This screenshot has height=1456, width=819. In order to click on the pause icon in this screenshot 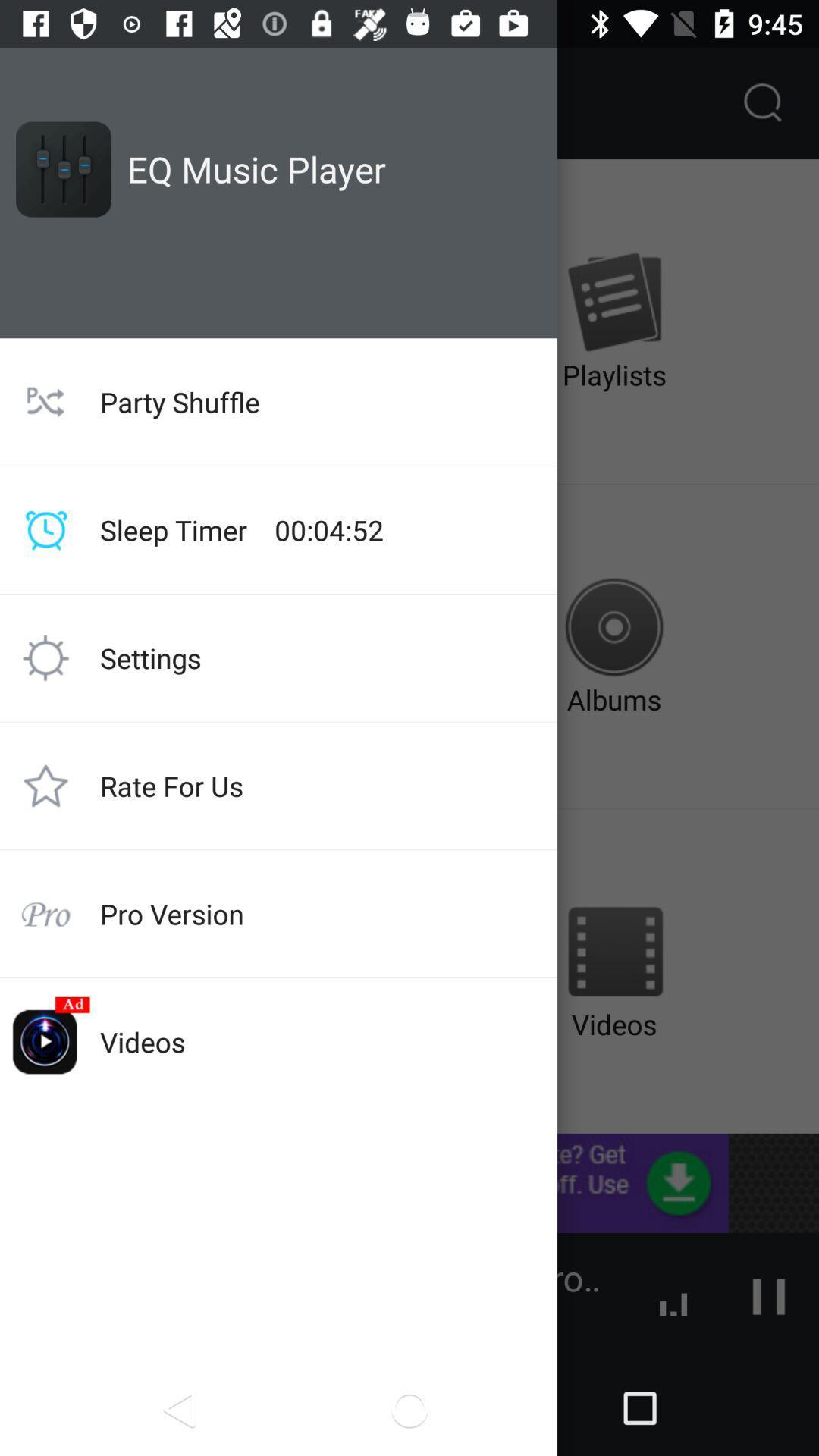, I will do `click(769, 1295)`.